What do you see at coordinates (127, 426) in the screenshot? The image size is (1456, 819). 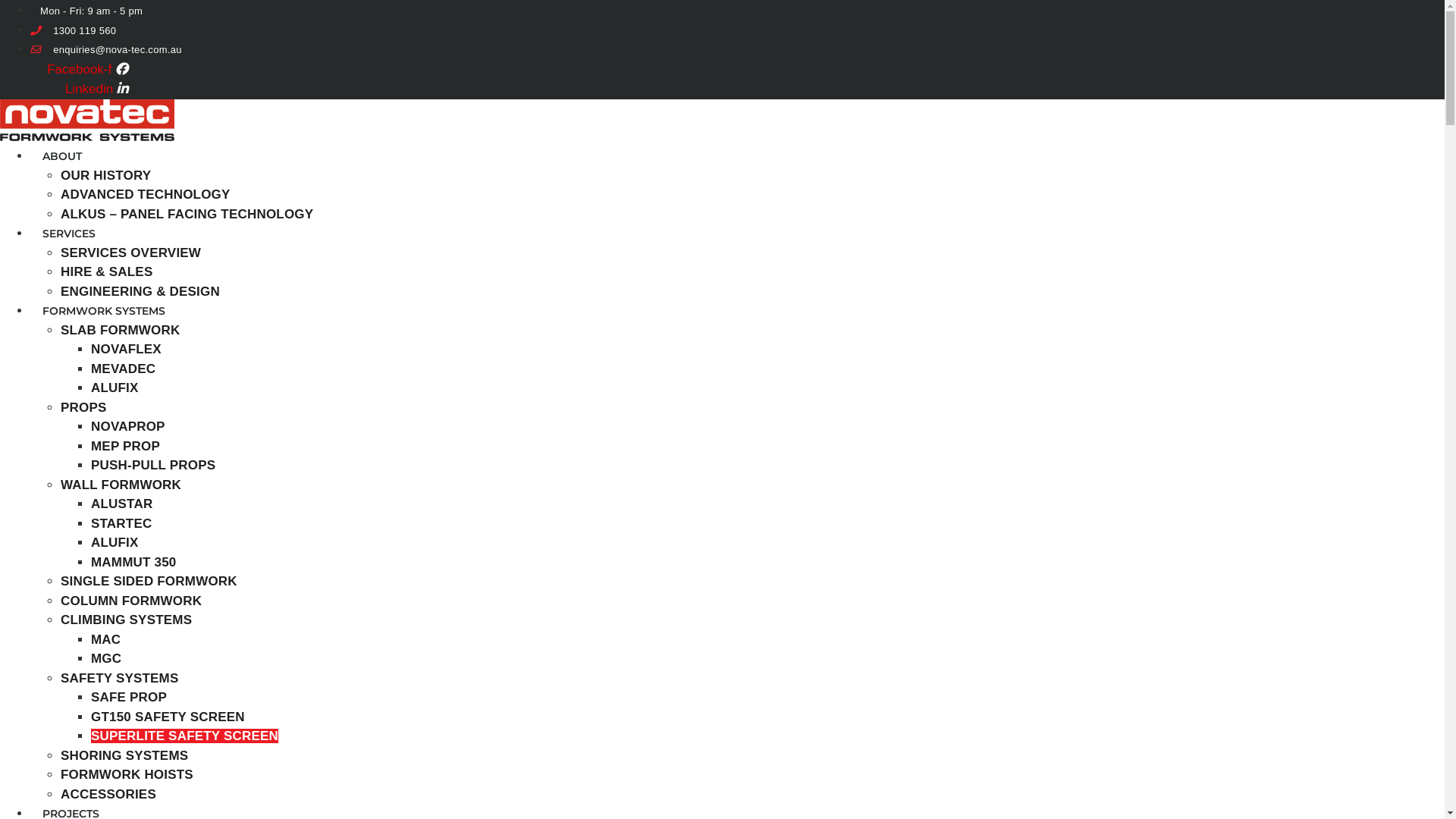 I see `'NOVAPROP'` at bounding box center [127, 426].